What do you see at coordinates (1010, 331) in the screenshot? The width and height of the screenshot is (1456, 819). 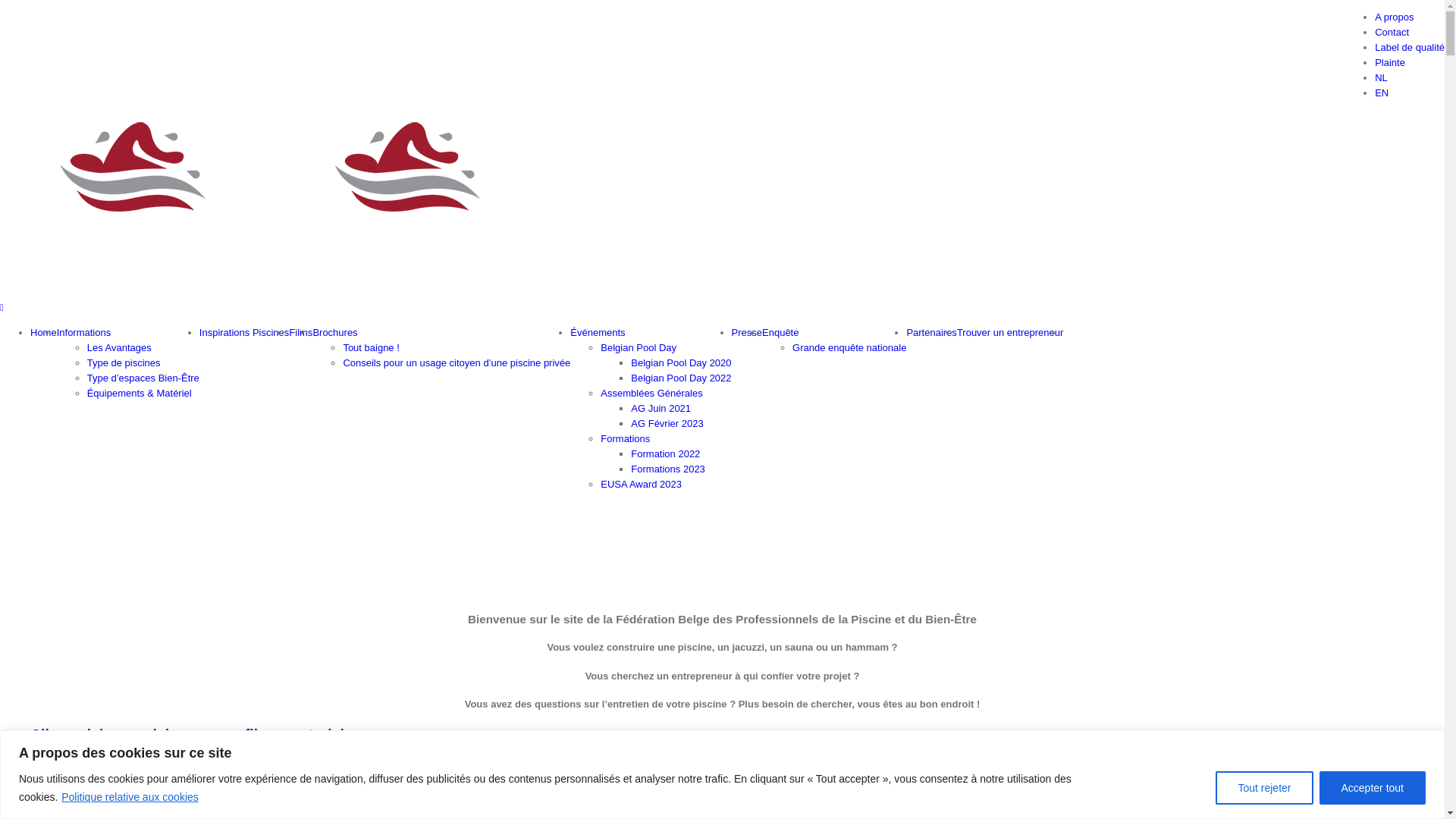 I see `'Trouver un entrepreneur'` at bounding box center [1010, 331].